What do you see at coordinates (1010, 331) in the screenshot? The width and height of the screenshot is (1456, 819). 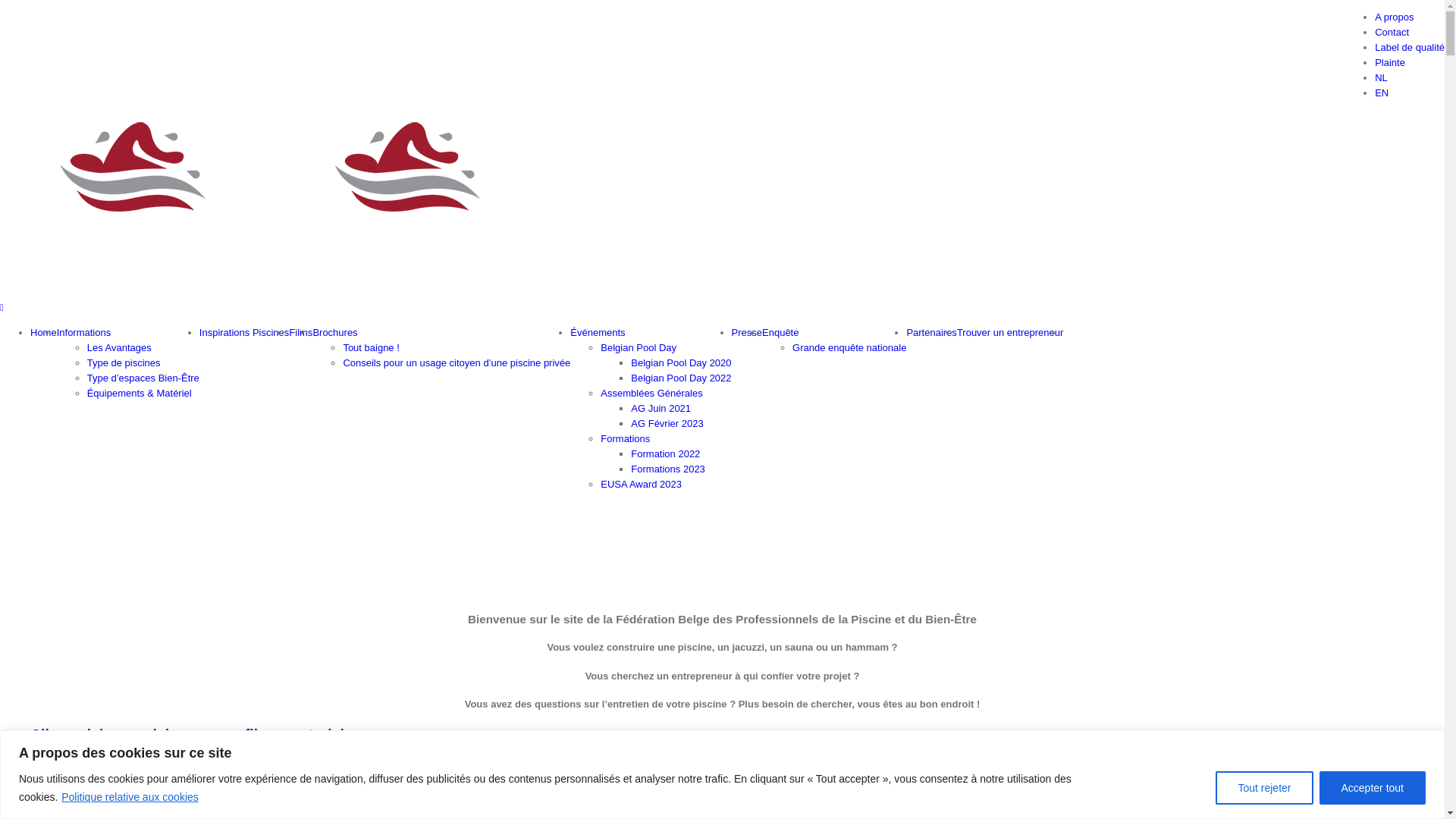 I see `'Trouver un entrepreneur'` at bounding box center [1010, 331].